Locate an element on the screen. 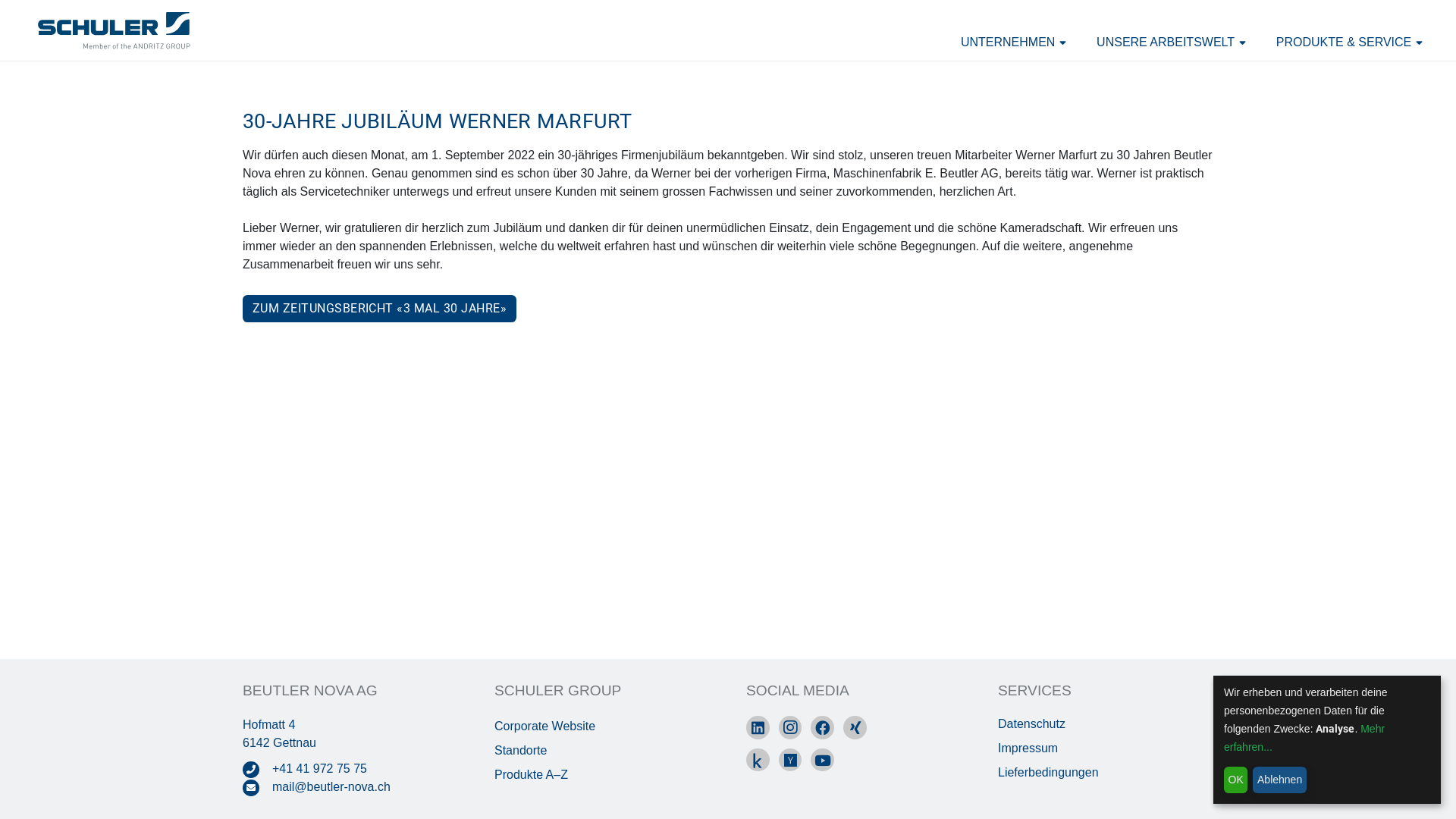 The height and width of the screenshot is (819, 1456). 'mail@beutler-nova.ch' is located at coordinates (330, 786).